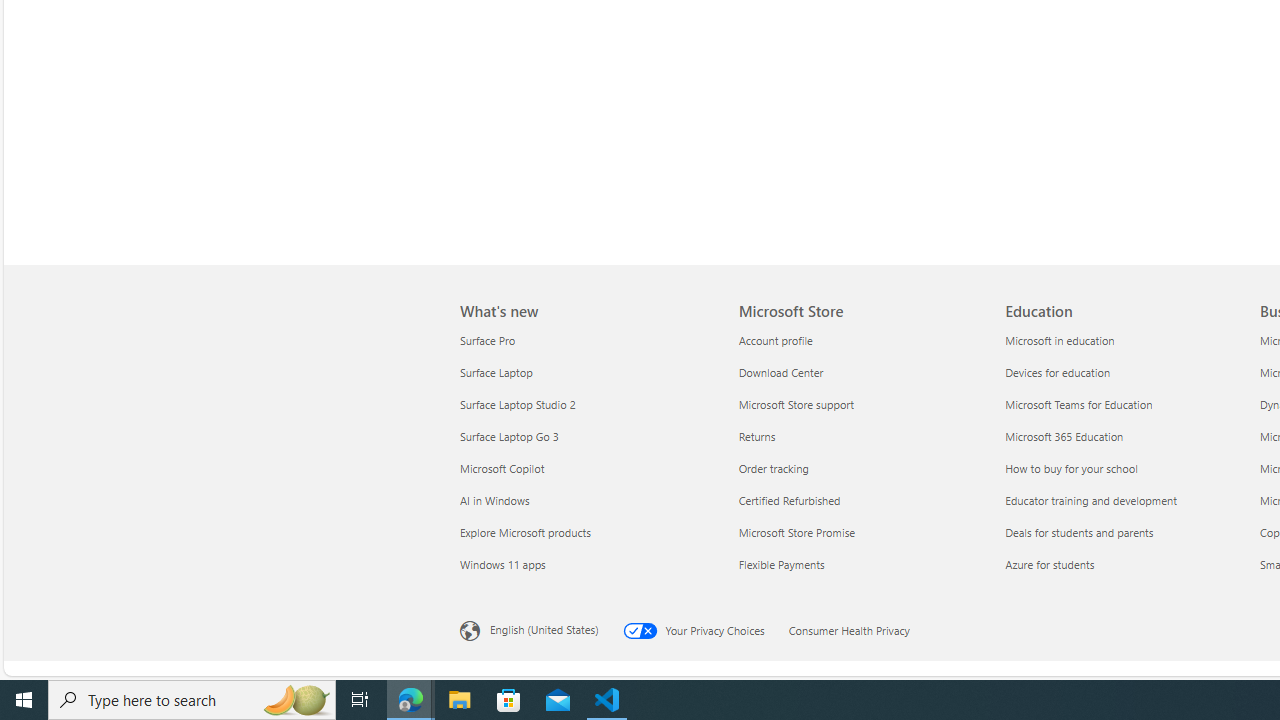 Image resolution: width=1280 pixels, height=720 pixels. What do you see at coordinates (1063, 434) in the screenshot?
I see `'Microsoft 365 Education Education'` at bounding box center [1063, 434].